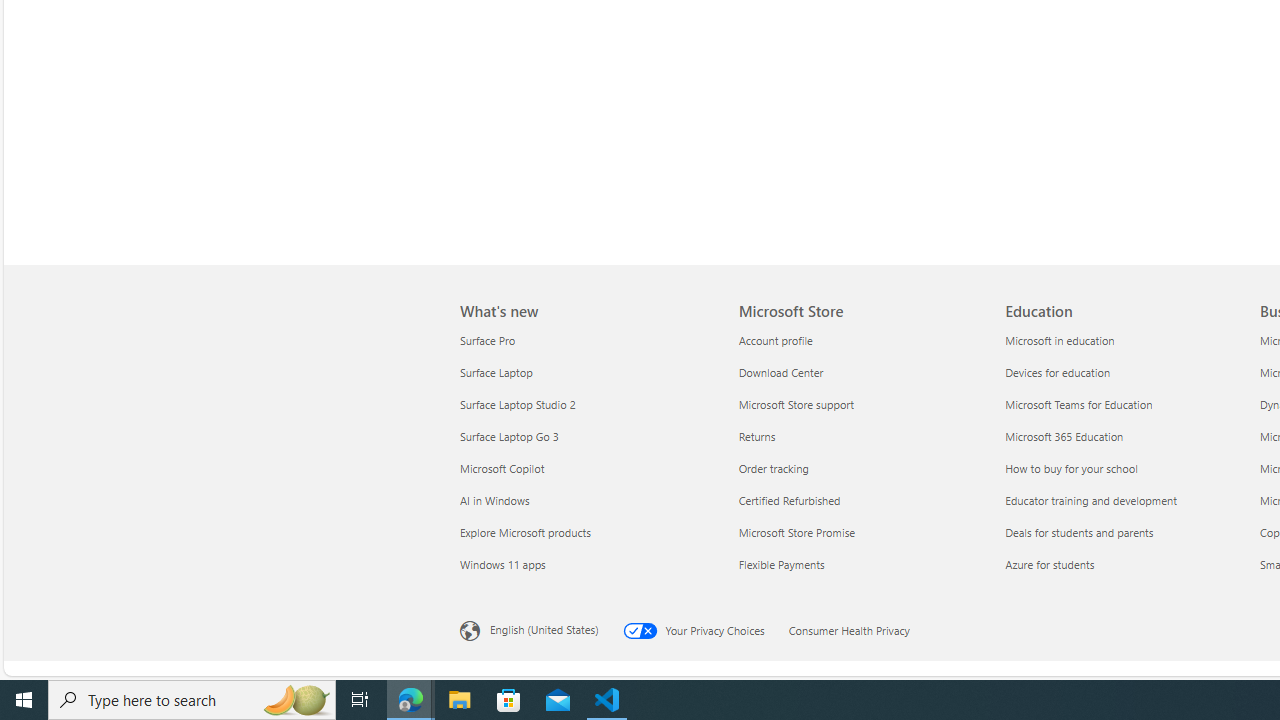 Image resolution: width=1280 pixels, height=720 pixels. What do you see at coordinates (1063, 434) in the screenshot?
I see `'Microsoft 365 Education Education'` at bounding box center [1063, 434].